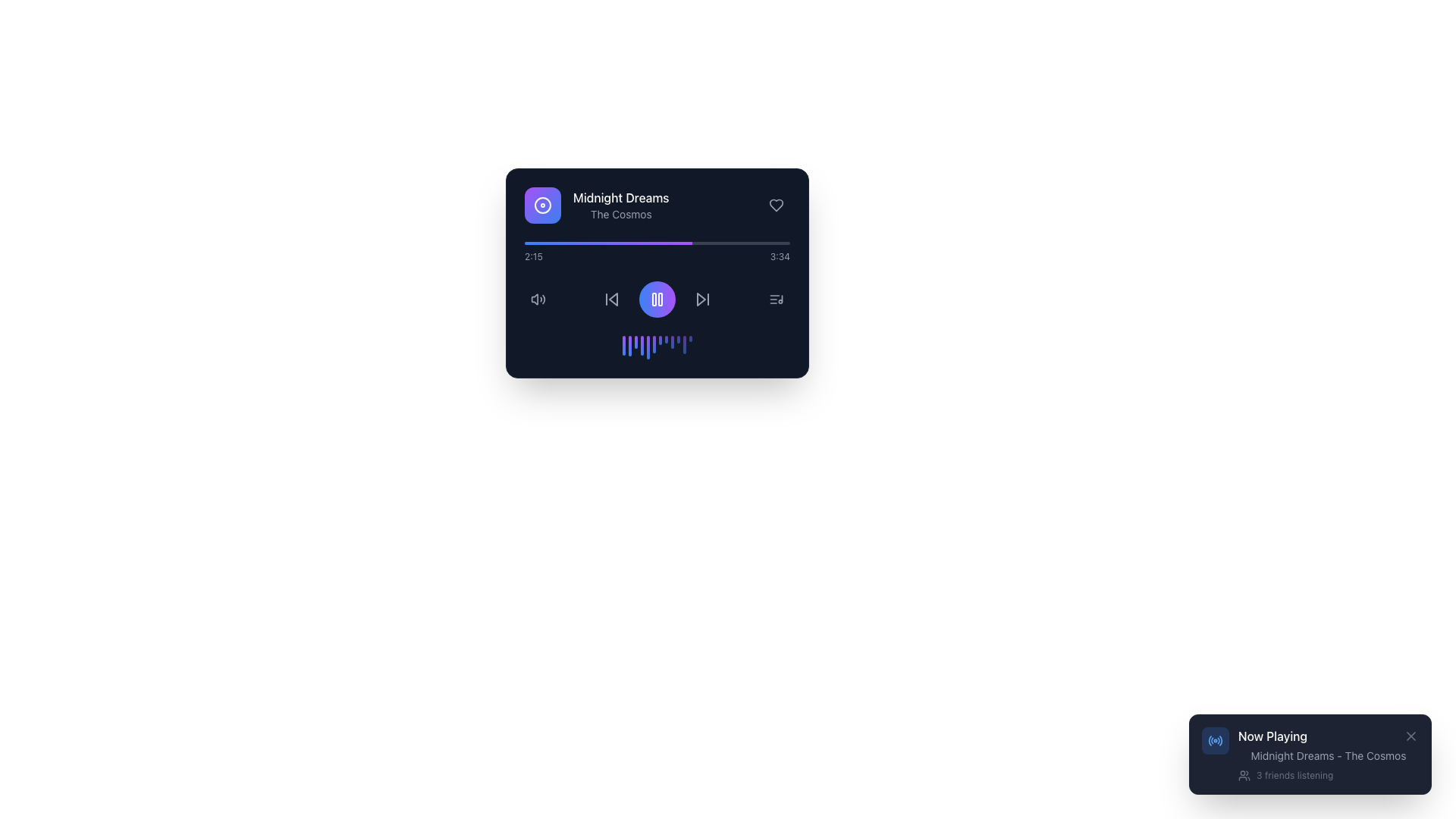  I want to click on progress, so click(758, 242).